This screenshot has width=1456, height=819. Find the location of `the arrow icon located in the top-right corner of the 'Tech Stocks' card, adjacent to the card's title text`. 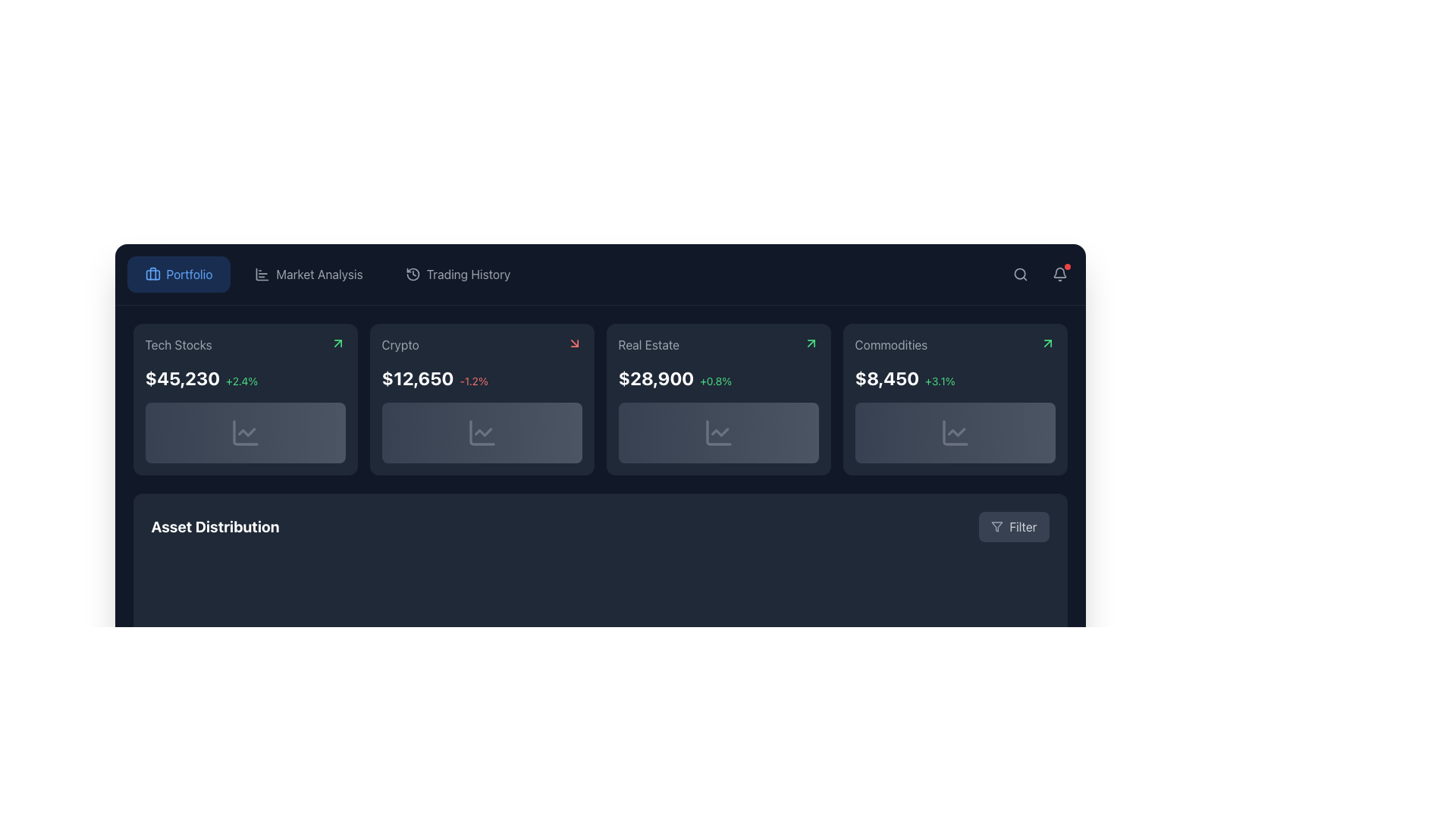

the arrow icon located in the top-right corner of the 'Tech Stocks' card, adjacent to the card's title text is located at coordinates (337, 343).